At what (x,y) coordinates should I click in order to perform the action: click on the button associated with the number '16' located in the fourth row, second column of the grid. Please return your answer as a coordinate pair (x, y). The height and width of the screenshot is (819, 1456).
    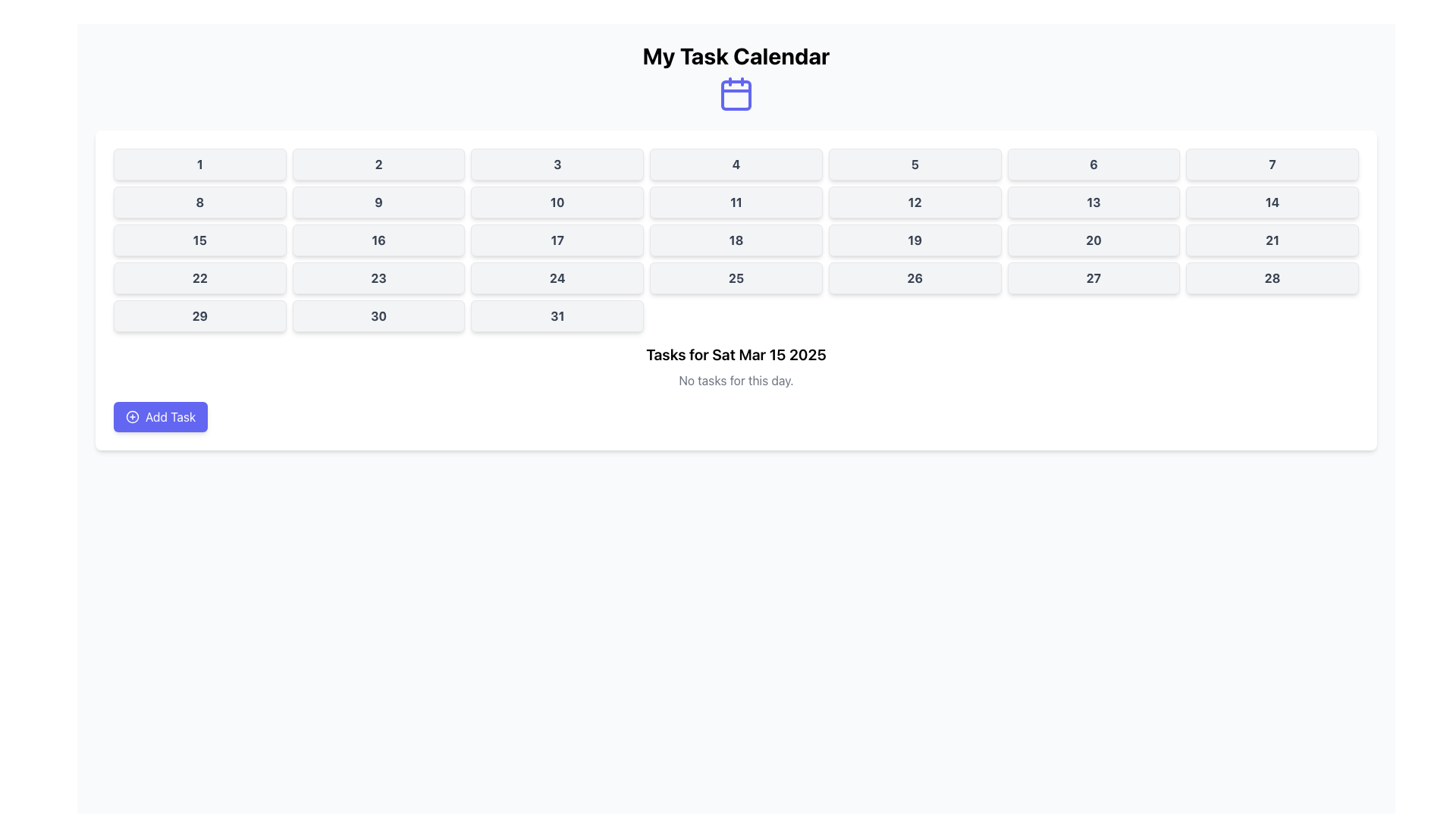
    Looking at the image, I should click on (378, 239).